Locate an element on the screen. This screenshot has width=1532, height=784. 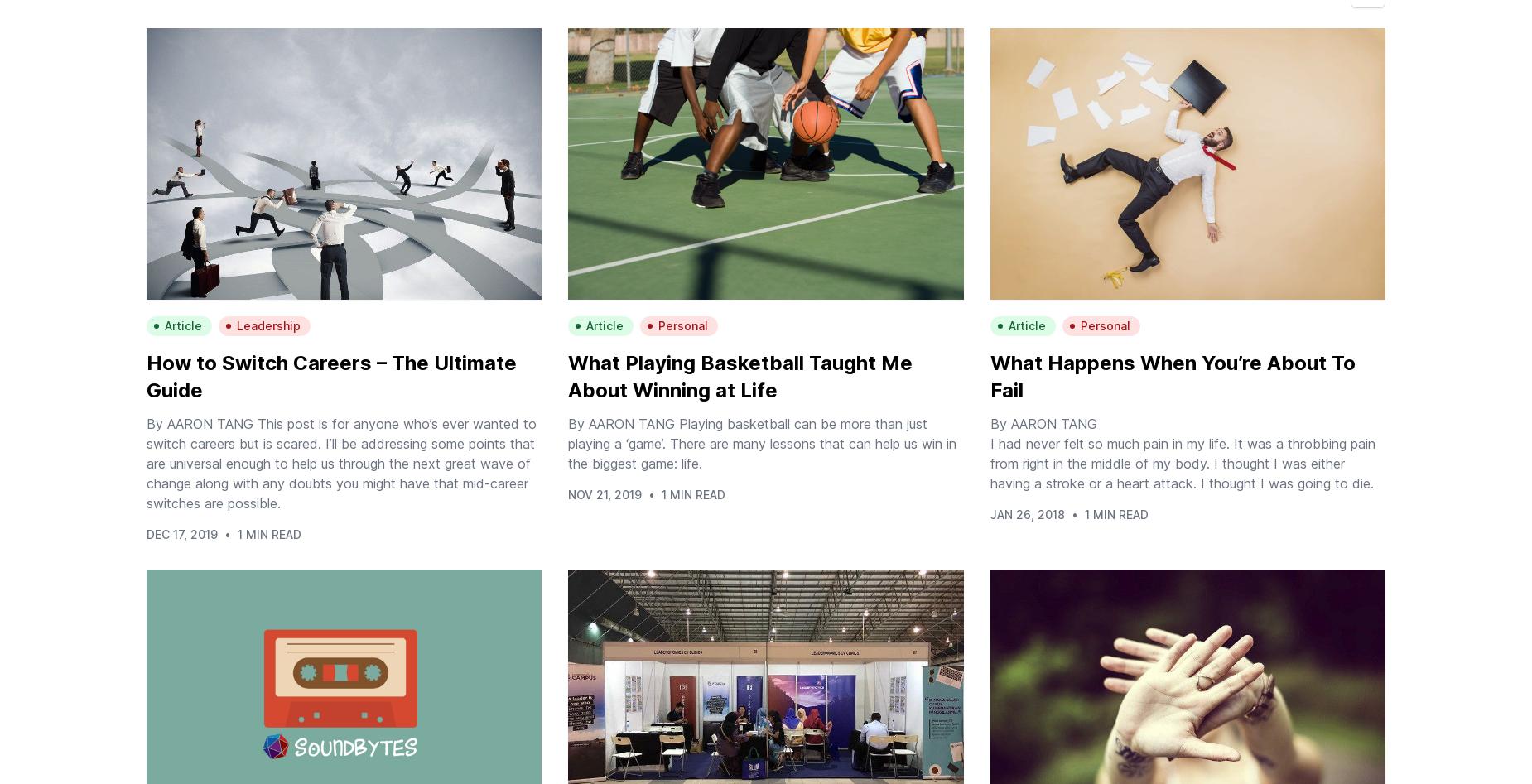
'By AARON TANG' is located at coordinates (1042, 423).